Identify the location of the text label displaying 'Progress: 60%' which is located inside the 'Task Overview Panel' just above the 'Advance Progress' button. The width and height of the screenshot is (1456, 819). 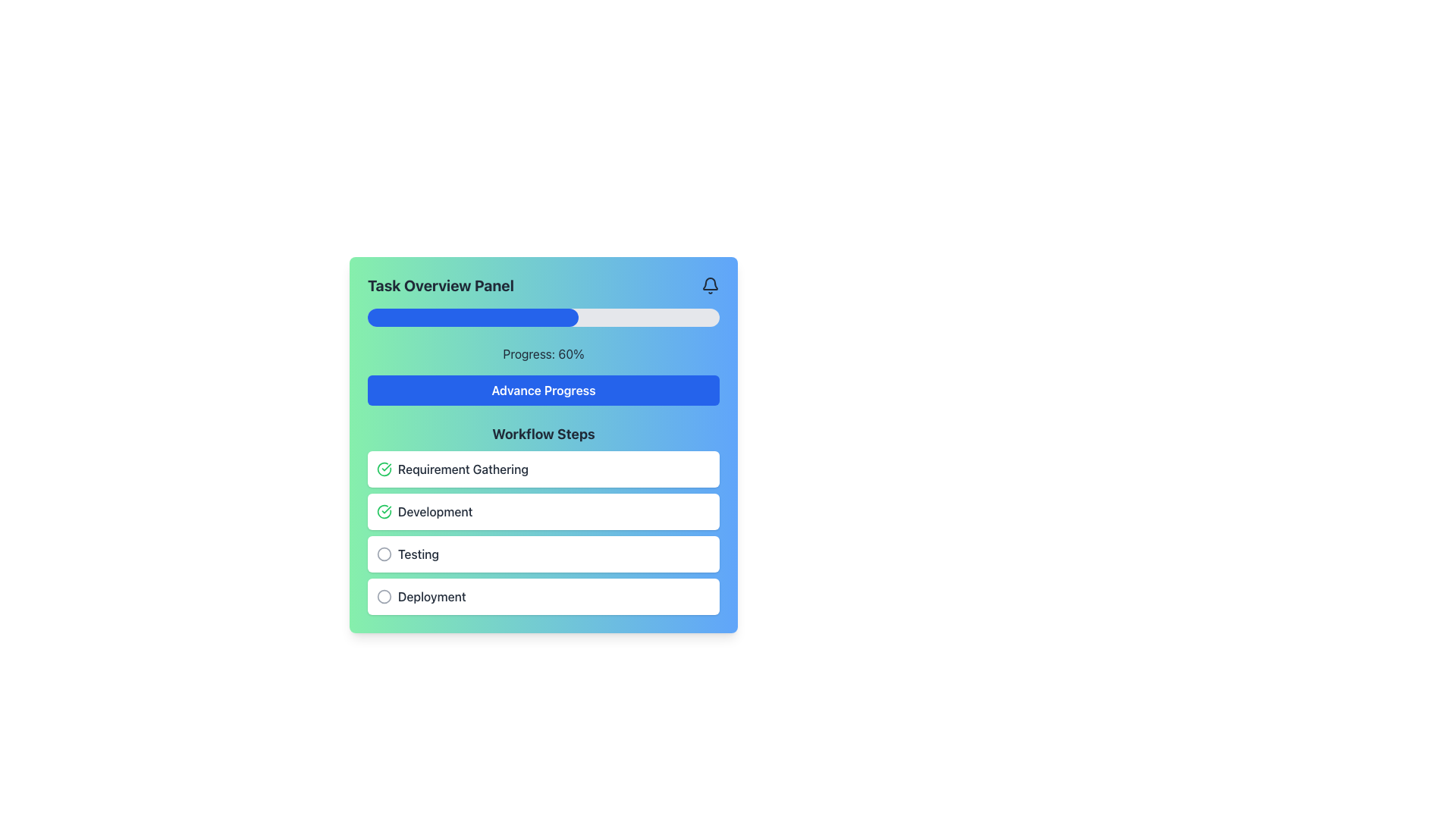
(543, 353).